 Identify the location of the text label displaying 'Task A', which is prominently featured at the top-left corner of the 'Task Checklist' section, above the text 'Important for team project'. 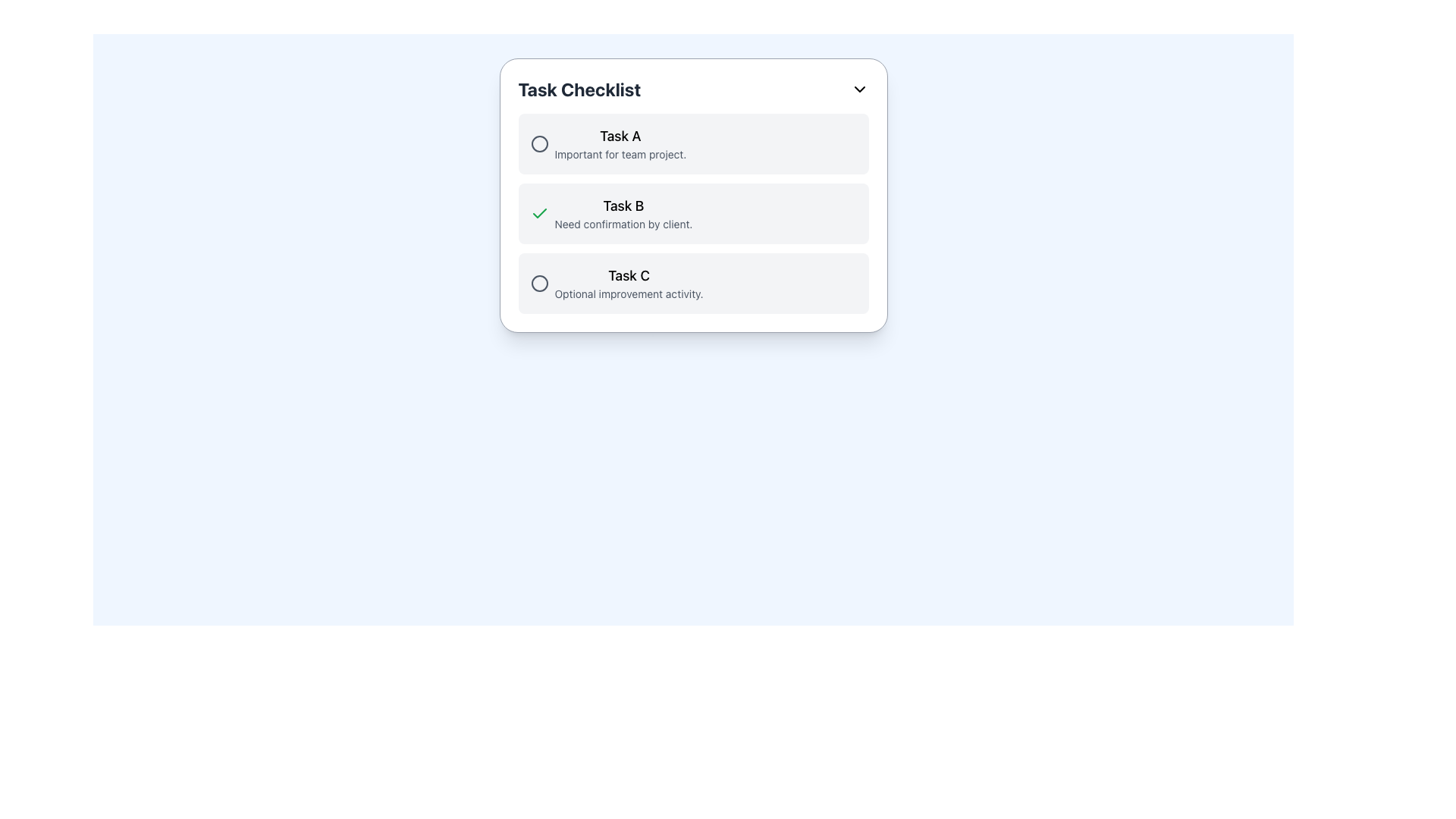
(620, 136).